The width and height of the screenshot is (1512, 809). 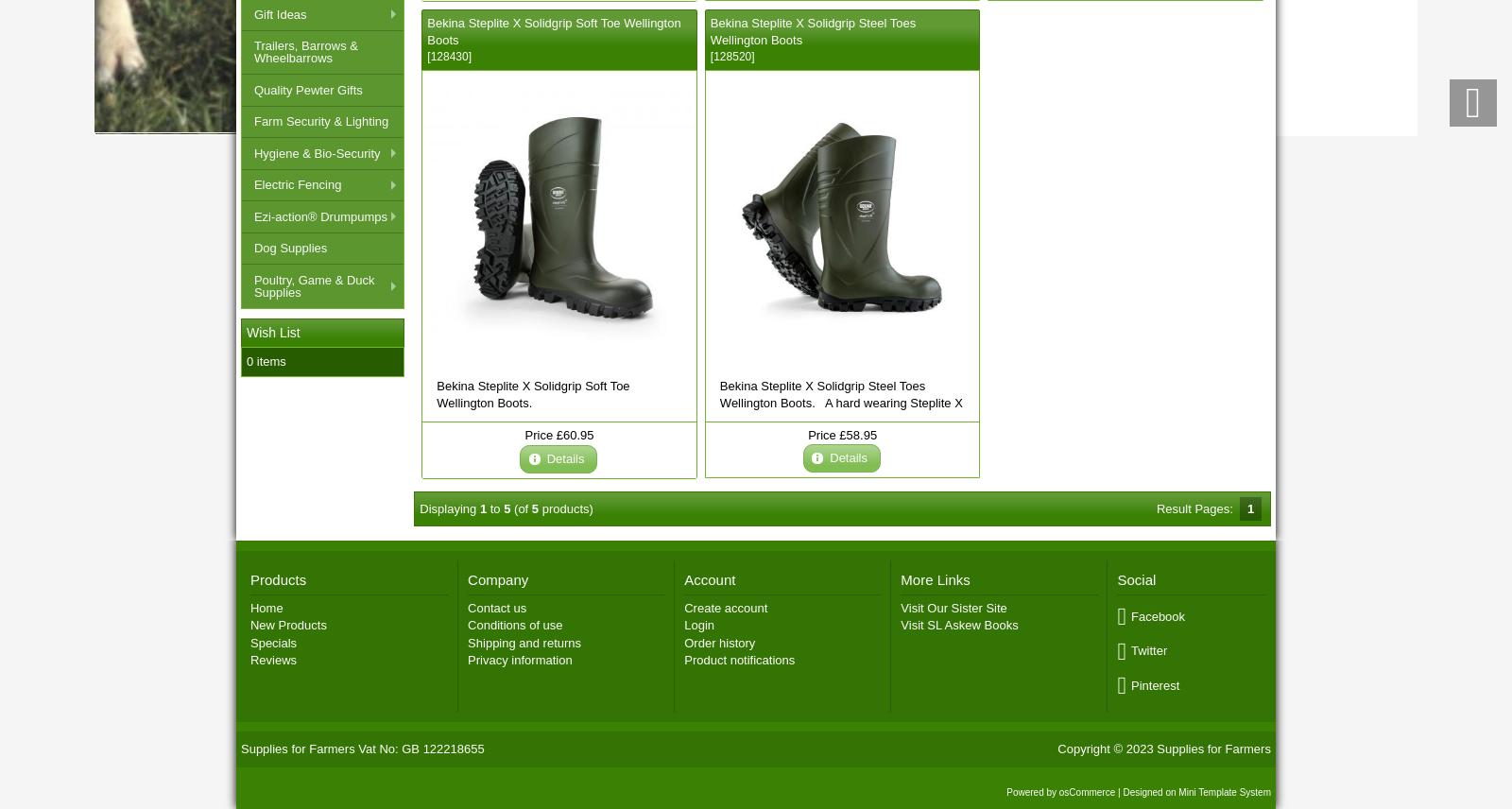 What do you see at coordinates (253, 183) in the screenshot?
I see `'Electric Fencing'` at bounding box center [253, 183].